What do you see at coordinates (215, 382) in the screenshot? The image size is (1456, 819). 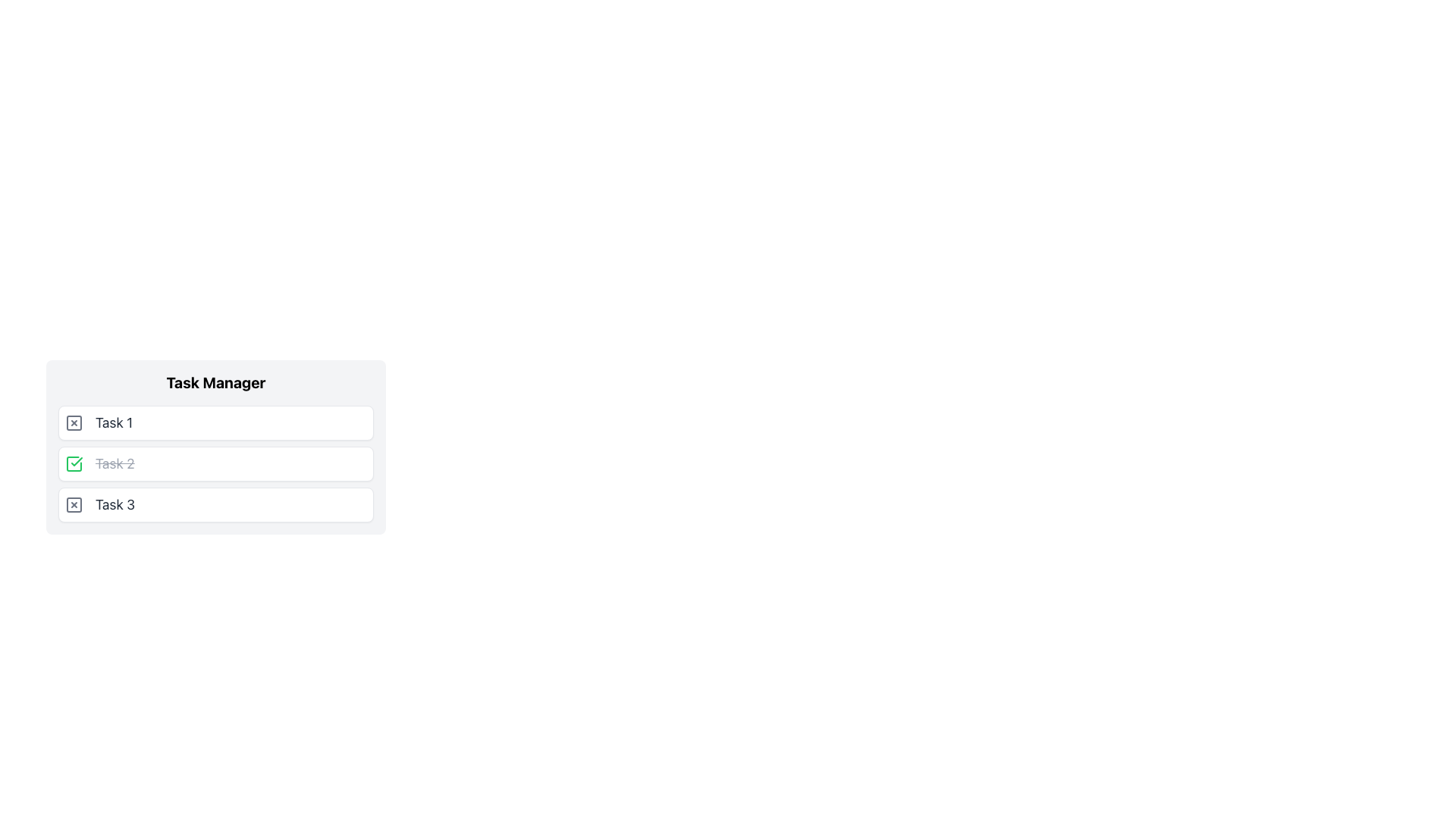 I see `the 'Task Manager' title, which is displayed in bold extra-large text and is positioned centrally above a list of tasks` at bounding box center [215, 382].